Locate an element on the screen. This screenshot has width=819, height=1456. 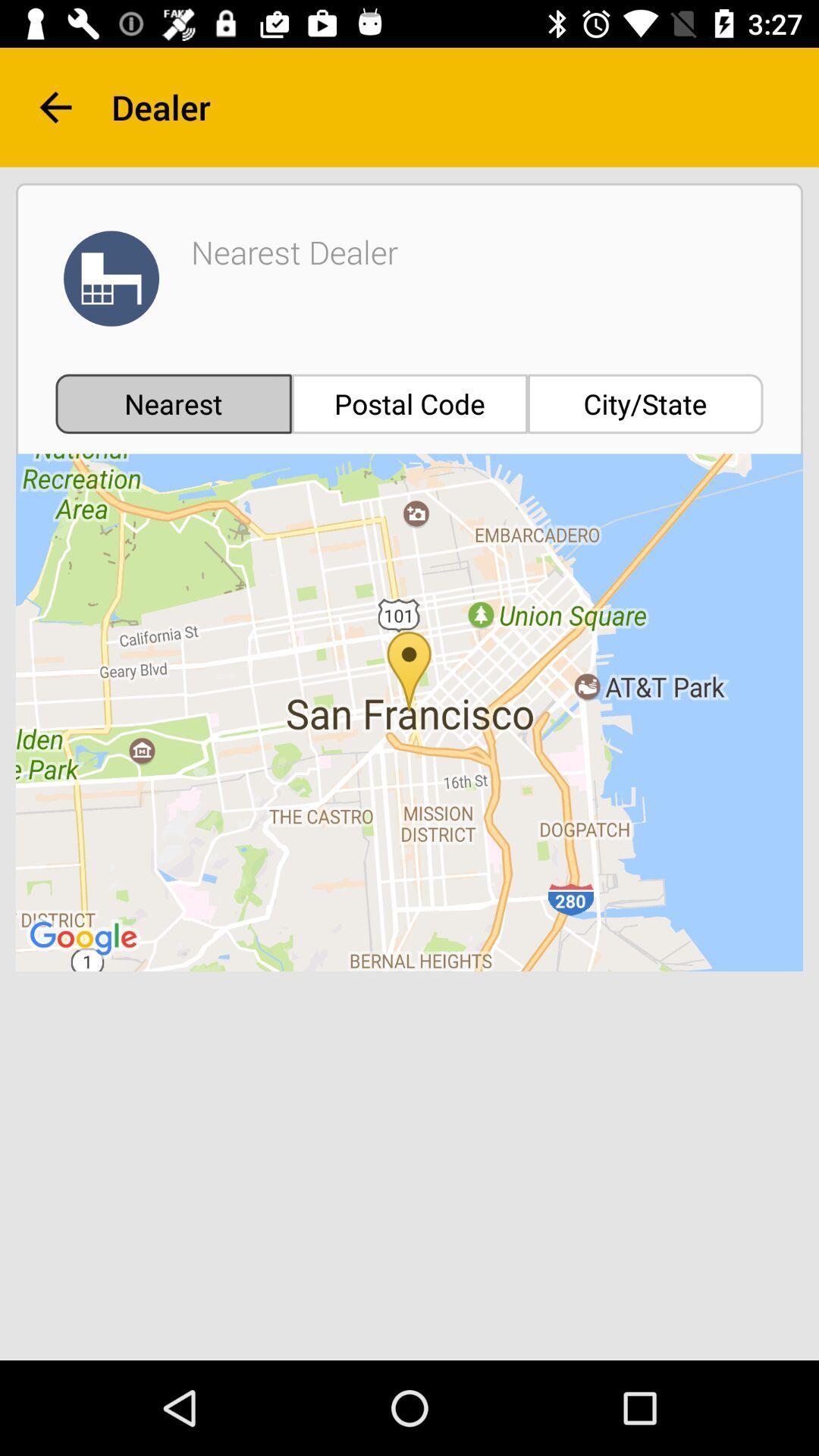
icon to the left of city/state icon is located at coordinates (409, 403).